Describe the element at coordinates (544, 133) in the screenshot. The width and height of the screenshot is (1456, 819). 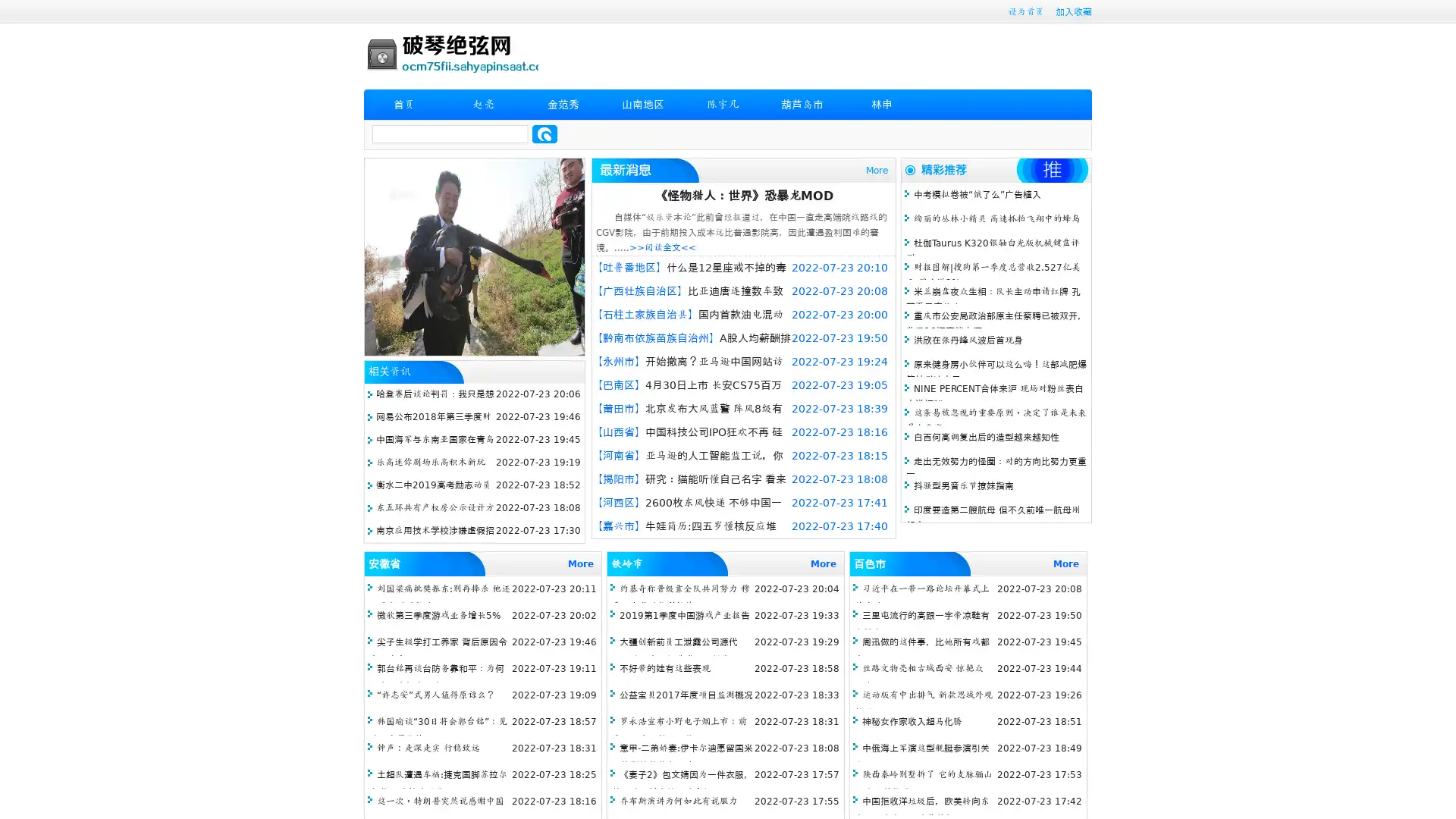
I see `Search` at that location.